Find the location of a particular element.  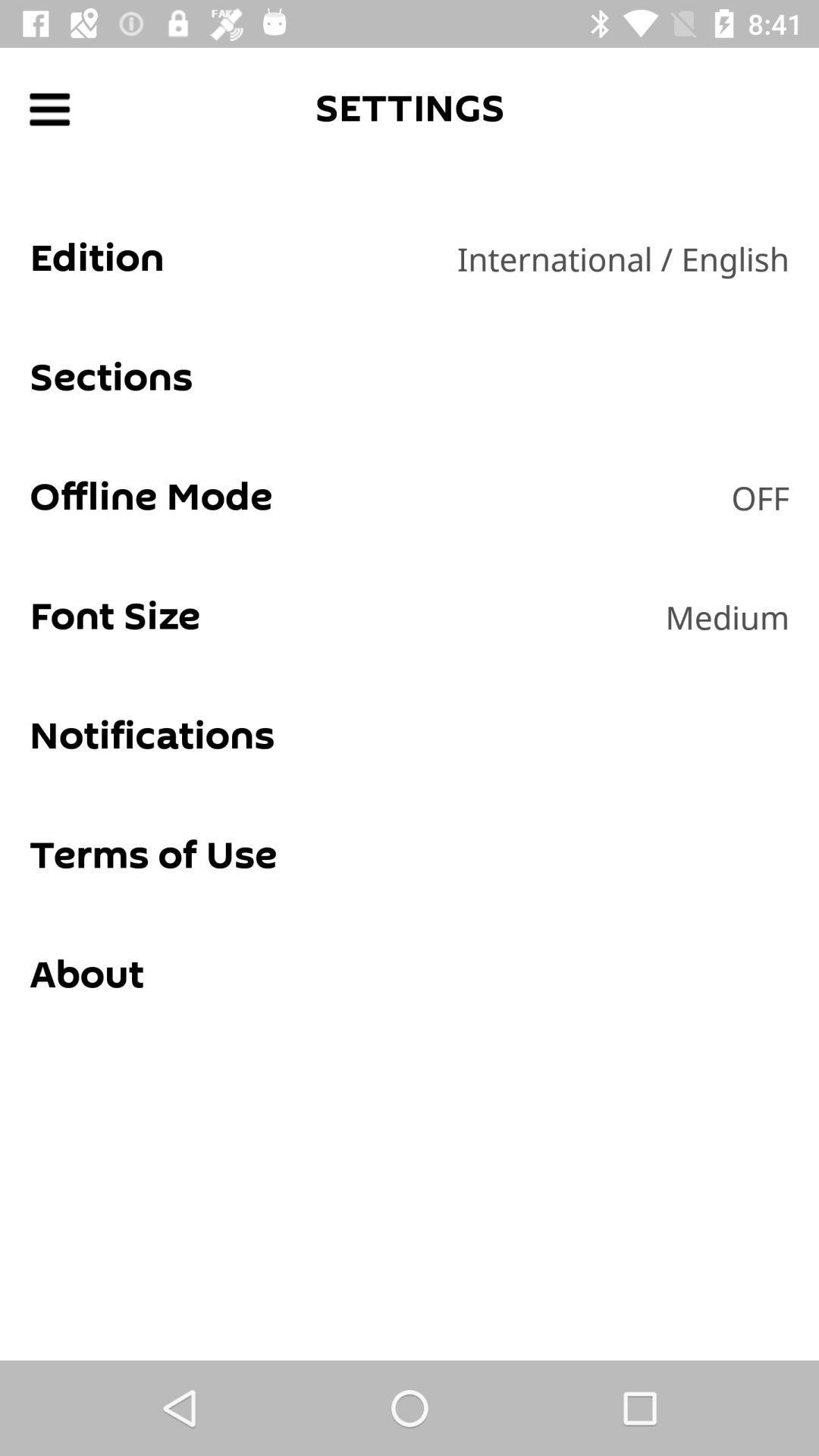

the menu icon is located at coordinates (49, 108).